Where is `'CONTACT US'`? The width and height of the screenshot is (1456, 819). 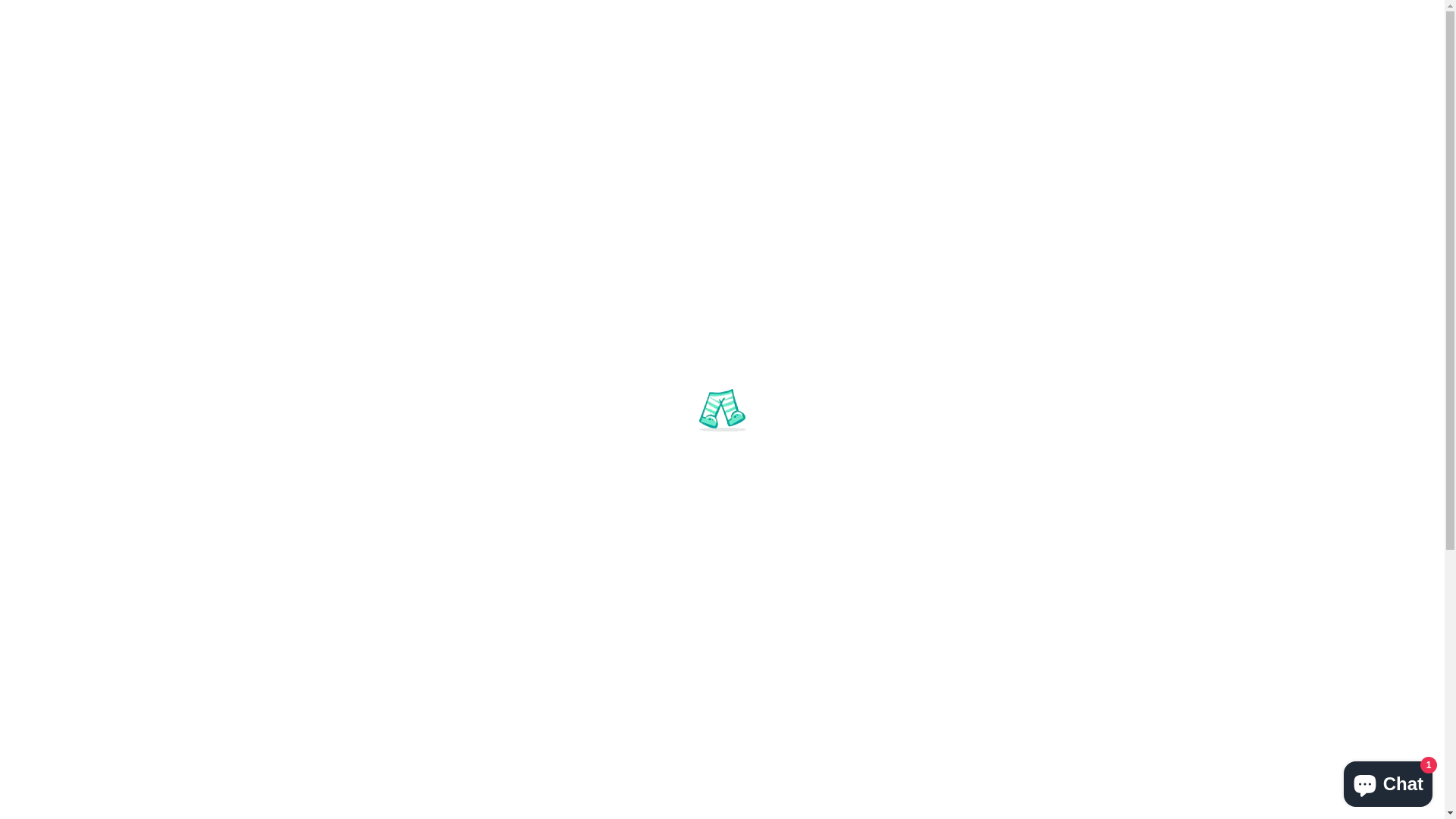
'CONTACT US' is located at coordinates (872, 210).